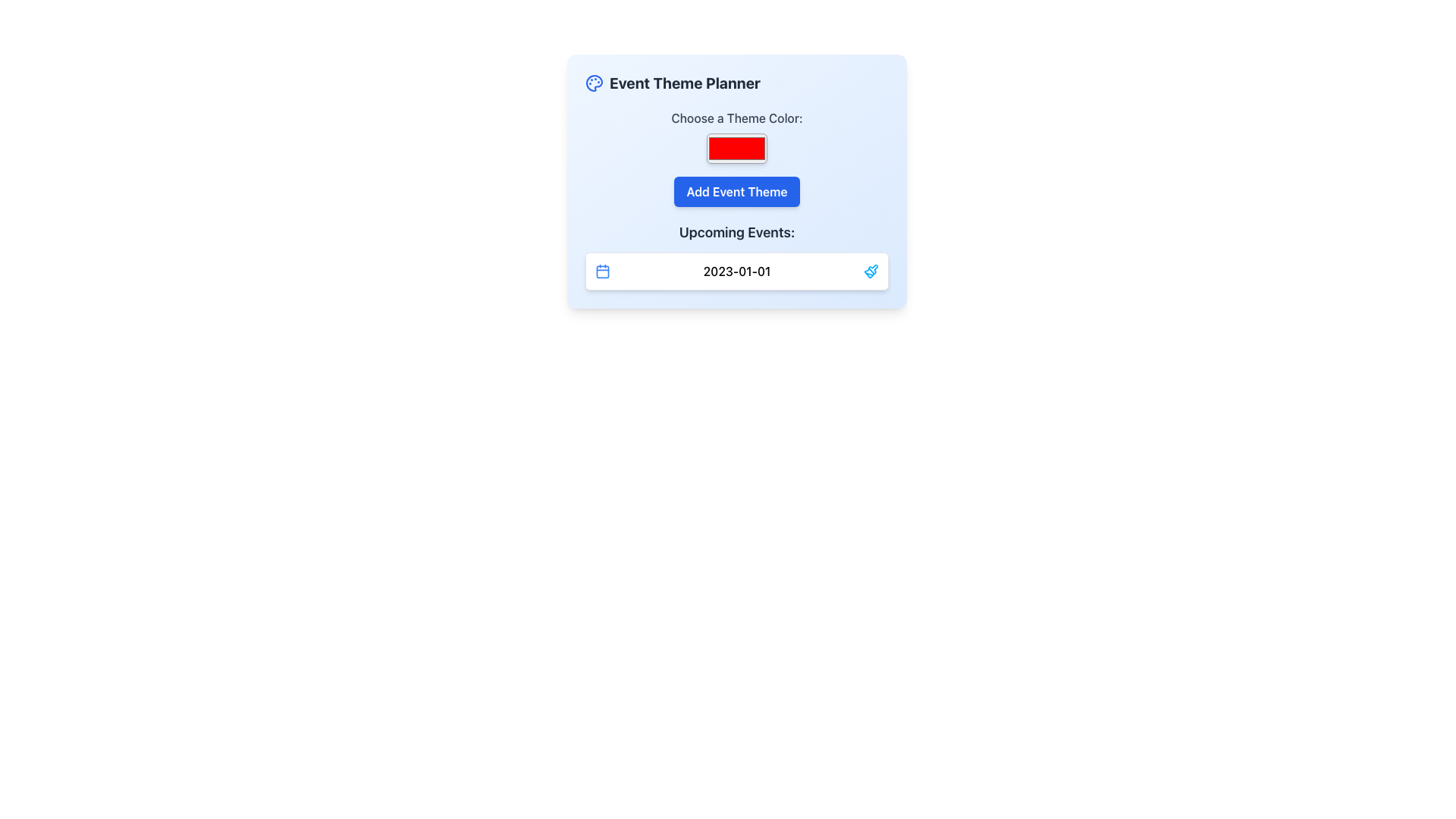 The width and height of the screenshot is (1456, 819). I want to click on the button located below the 'Choose a Theme Color' input element, so click(736, 191).